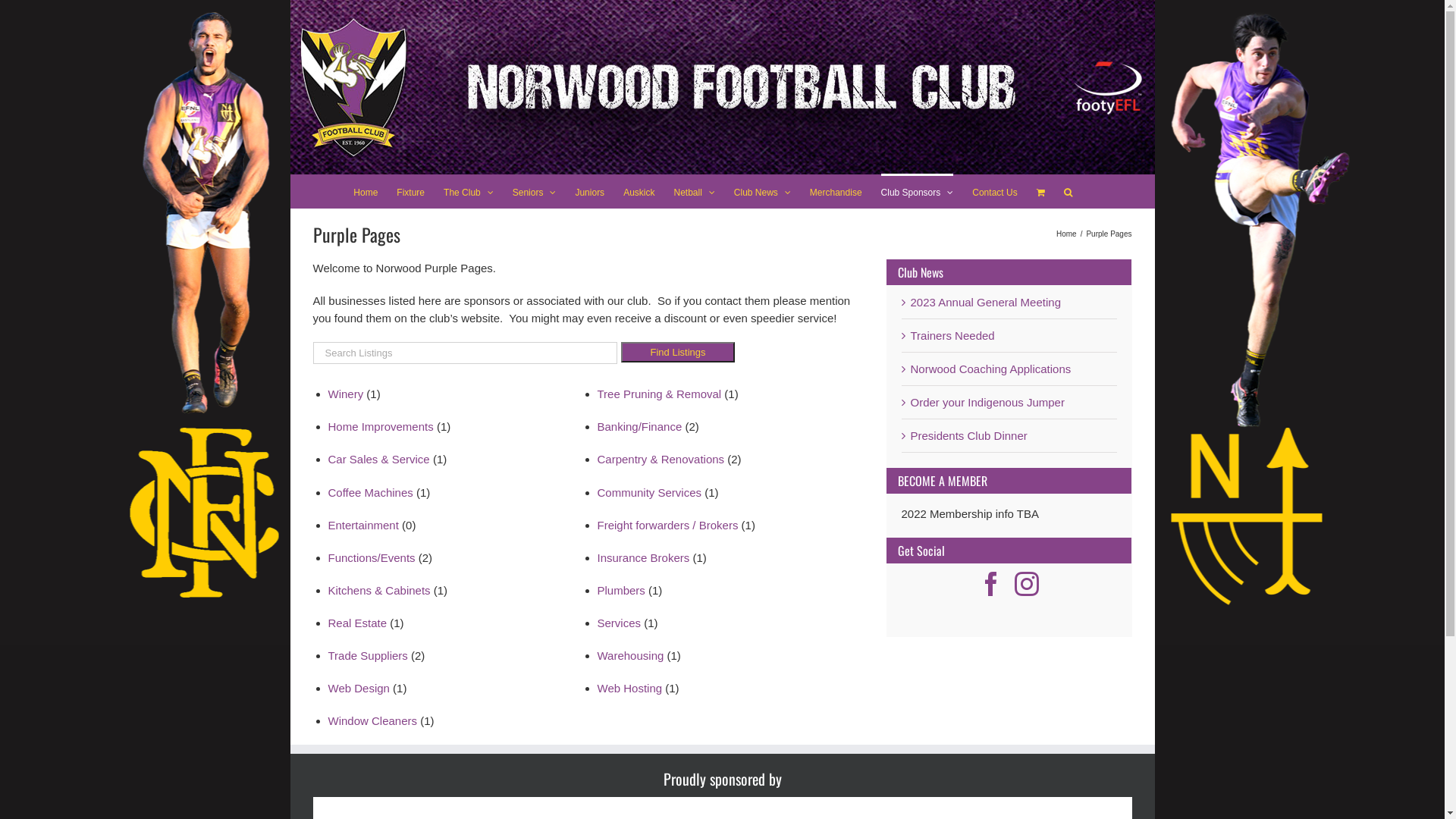  What do you see at coordinates (644, 557) in the screenshot?
I see `'Insurance Brokers'` at bounding box center [644, 557].